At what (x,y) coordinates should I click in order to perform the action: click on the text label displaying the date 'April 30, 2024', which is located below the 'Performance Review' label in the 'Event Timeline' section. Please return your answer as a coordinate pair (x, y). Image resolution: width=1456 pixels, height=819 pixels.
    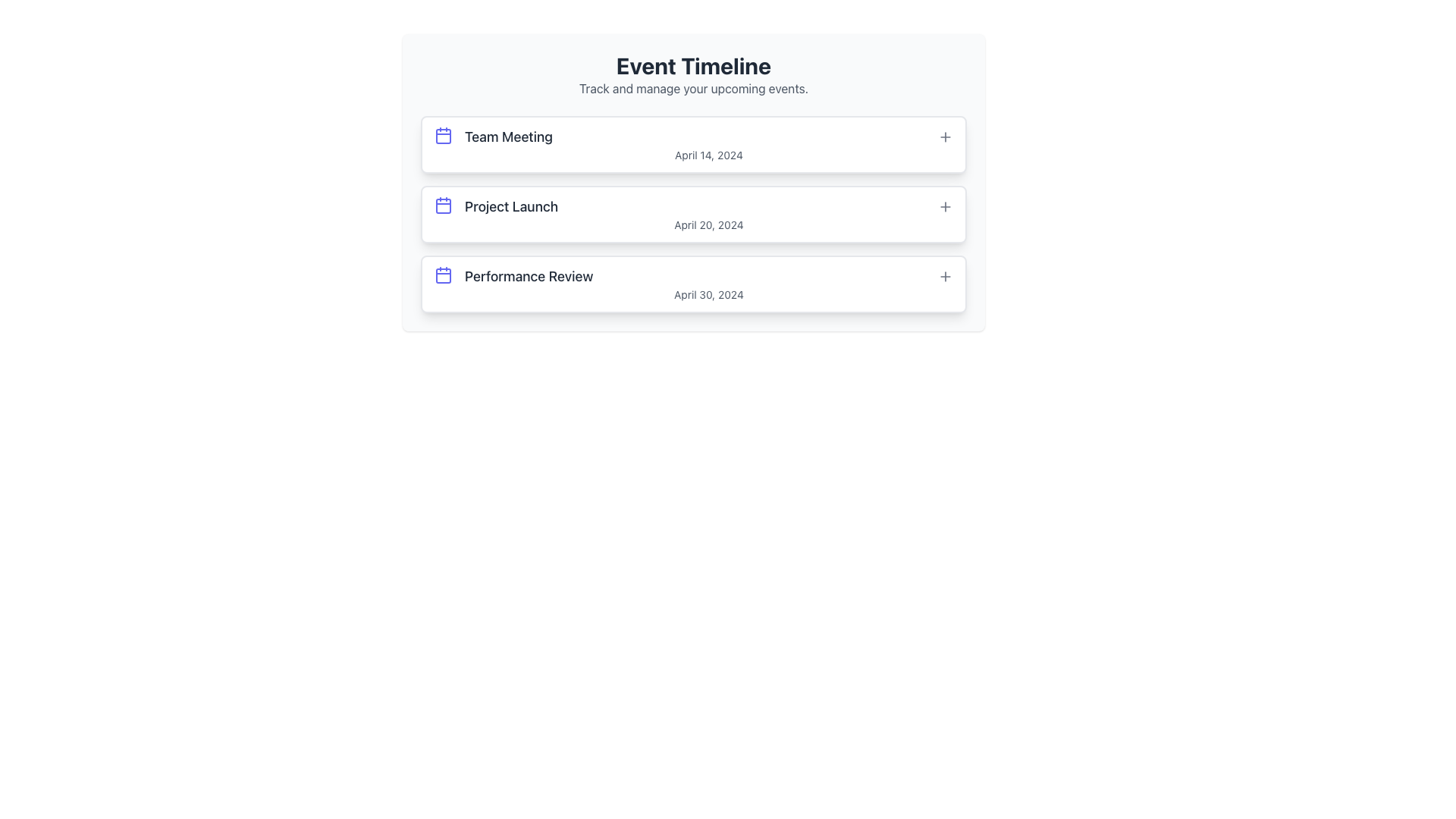
    Looking at the image, I should click on (708, 295).